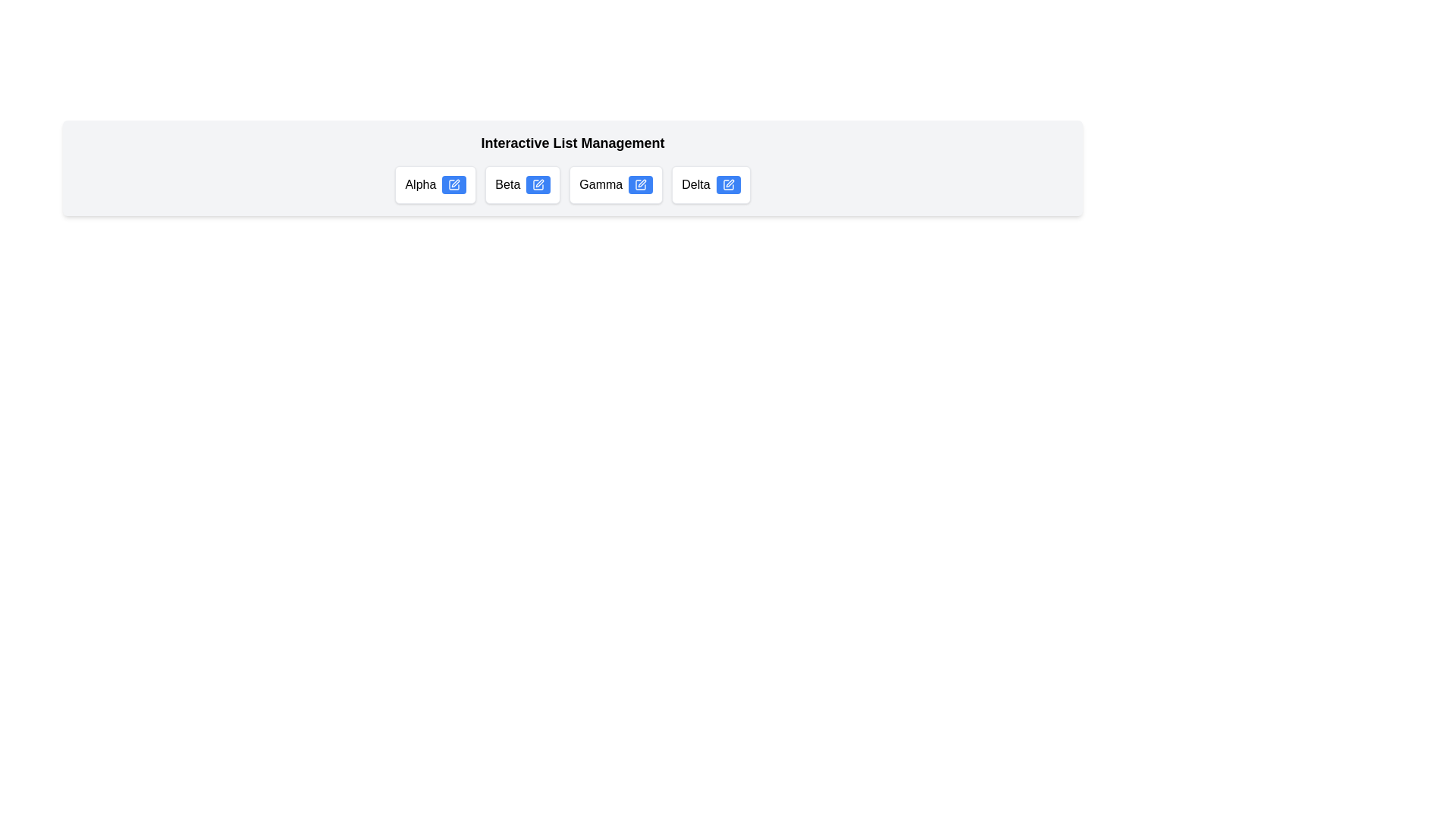  What do you see at coordinates (642, 183) in the screenshot?
I see `the pen icon within the outlined square inside the 'Gamma' button` at bounding box center [642, 183].